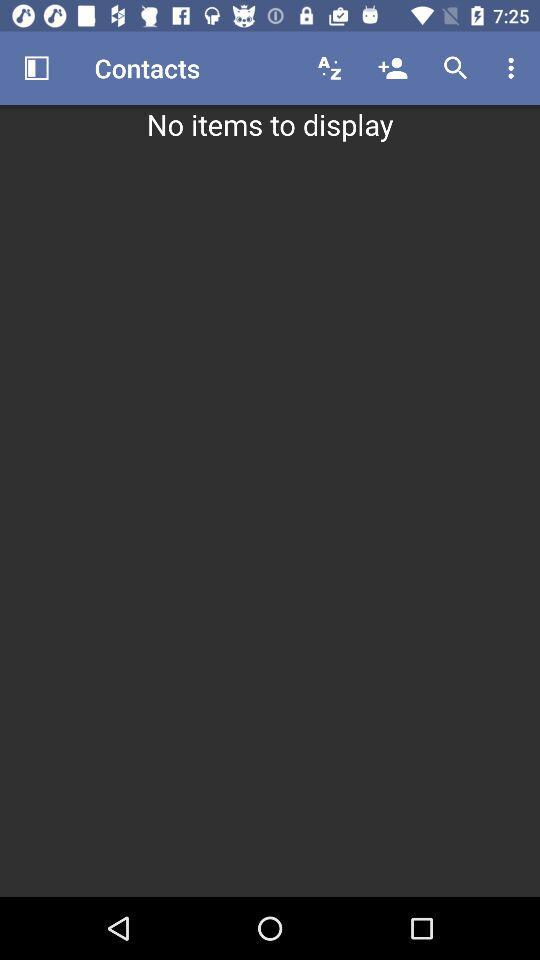 Image resolution: width=540 pixels, height=960 pixels. What do you see at coordinates (455, 68) in the screenshot?
I see `the icon above the no items to icon` at bounding box center [455, 68].